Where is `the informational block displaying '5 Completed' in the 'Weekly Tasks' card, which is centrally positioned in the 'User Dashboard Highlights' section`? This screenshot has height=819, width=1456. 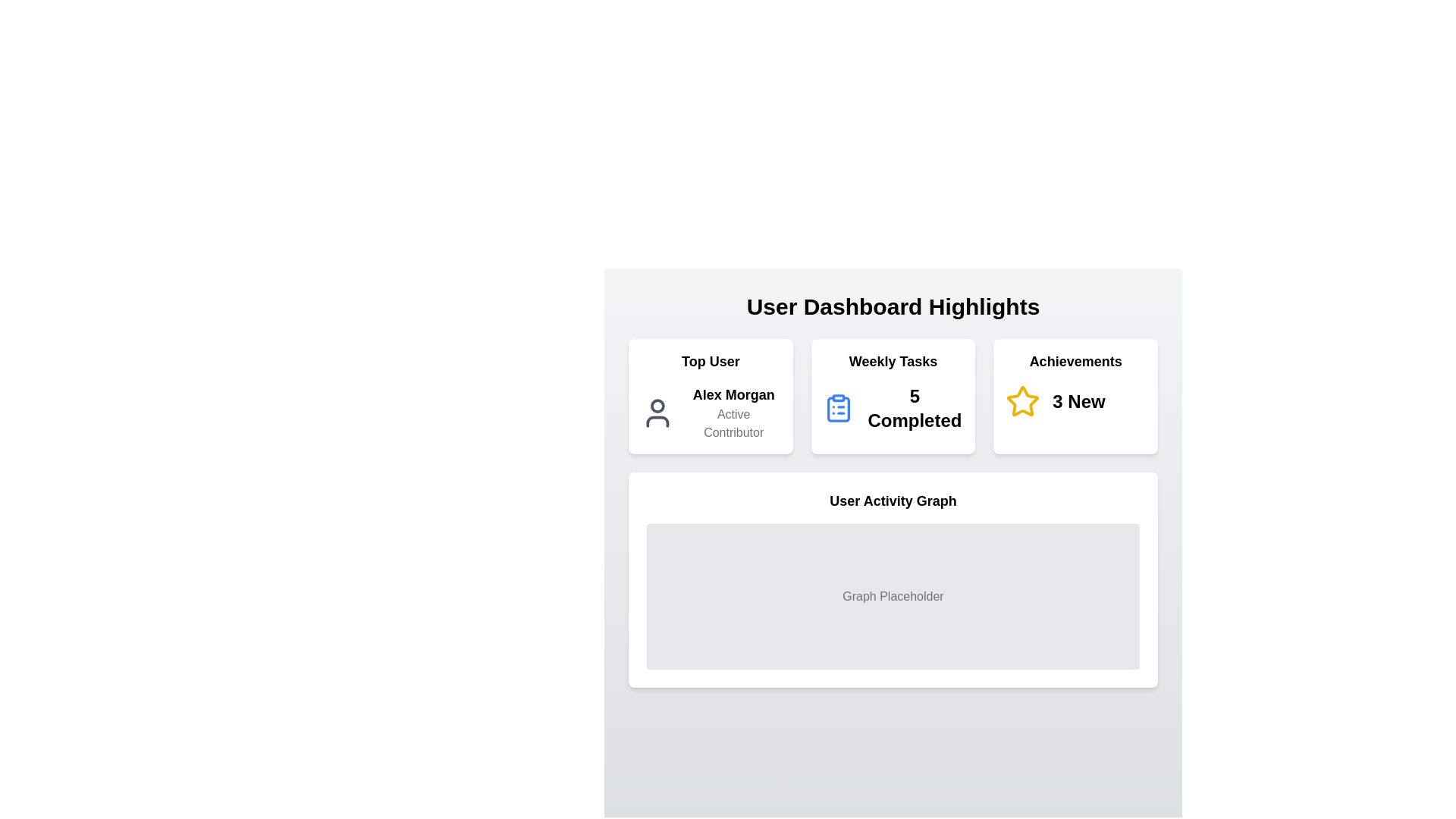
the informational block displaying '5 Completed' in the 'Weekly Tasks' card, which is centrally positioned in the 'User Dashboard Highlights' section is located at coordinates (893, 408).